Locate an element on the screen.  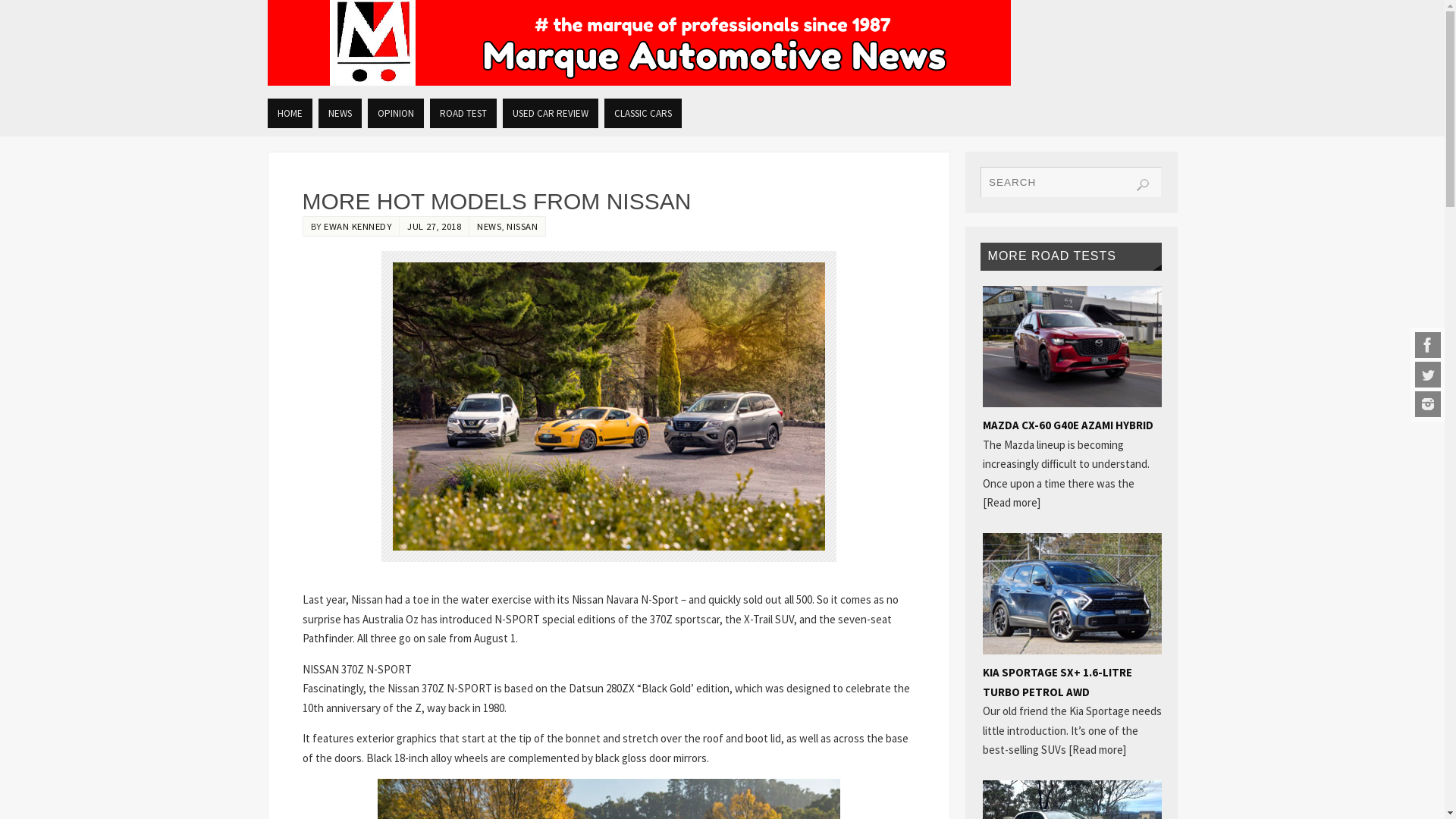
'HOME' is located at coordinates (266, 112).